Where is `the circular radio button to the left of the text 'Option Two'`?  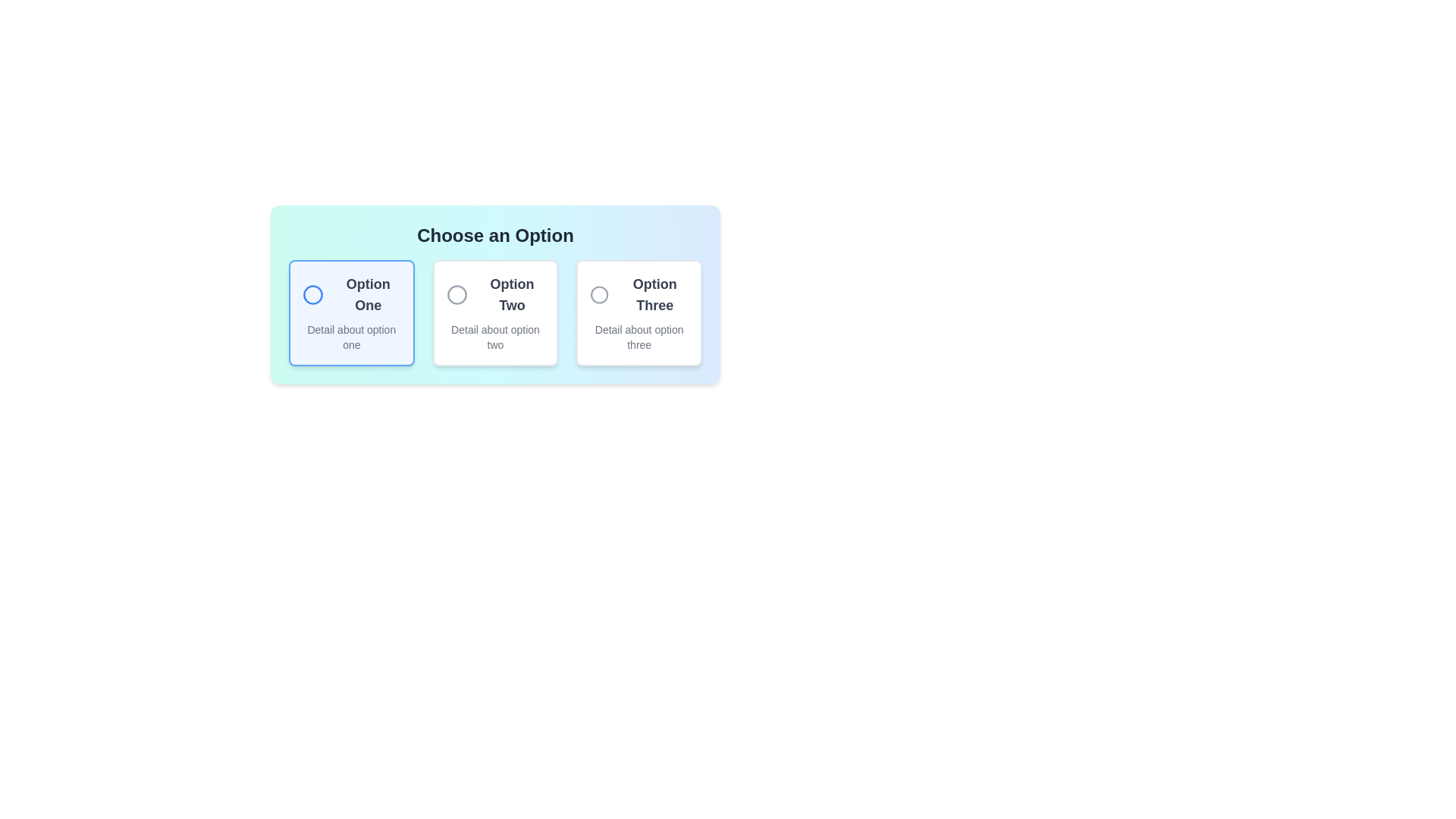
the circular radio button to the left of the text 'Option Two' is located at coordinates (456, 295).